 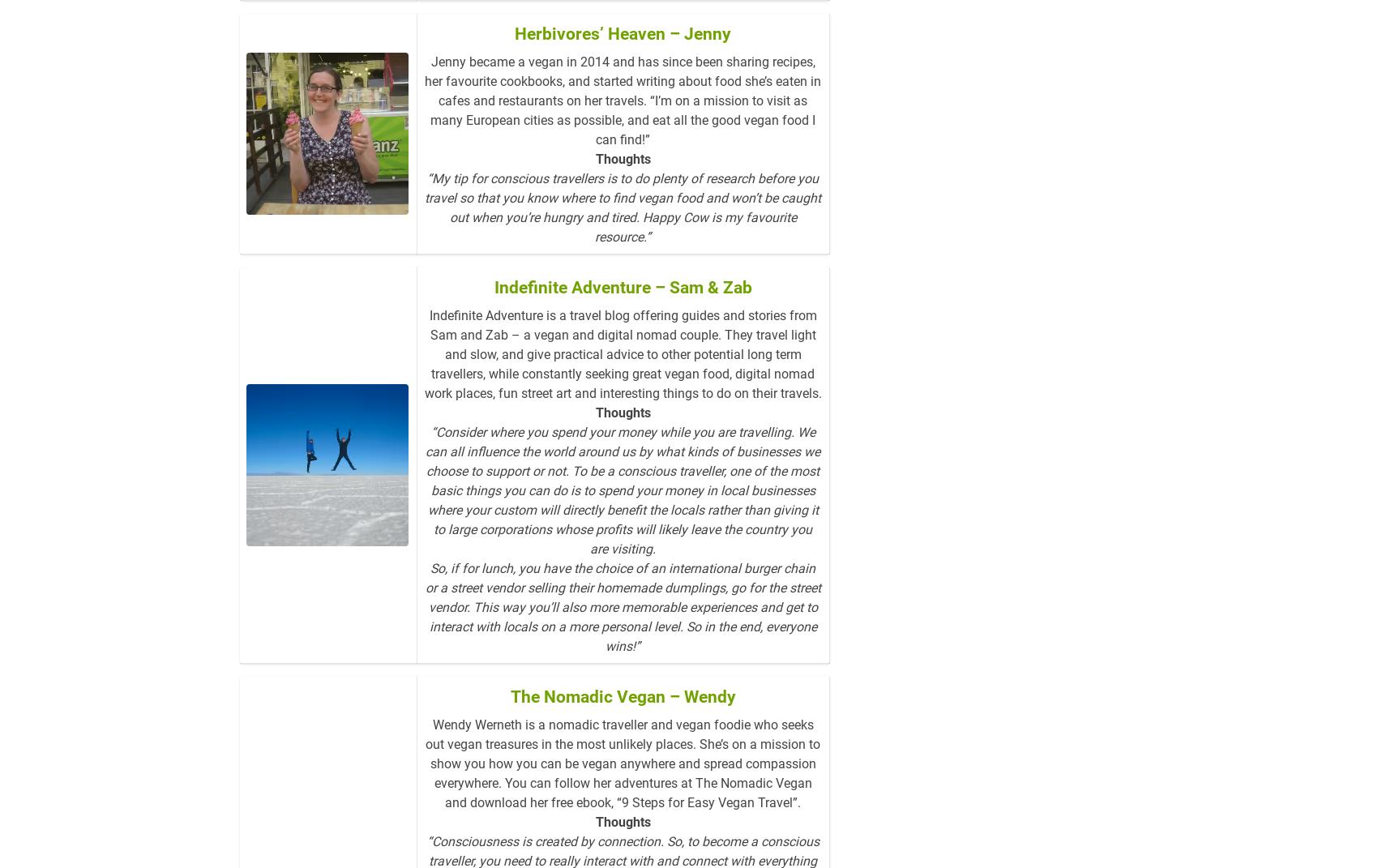 What do you see at coordinates (622, 632) in the screenshot?
I see `'So, if for lunch, you have the choice of an international burger chain or a street vendor selling their homemade dumplings, go for the street vendor. This way you’ll also more memorable experiences and get to interact with locals on a more personal level. So in the end, everyone wins!”'` at bounding box center [622, 632].